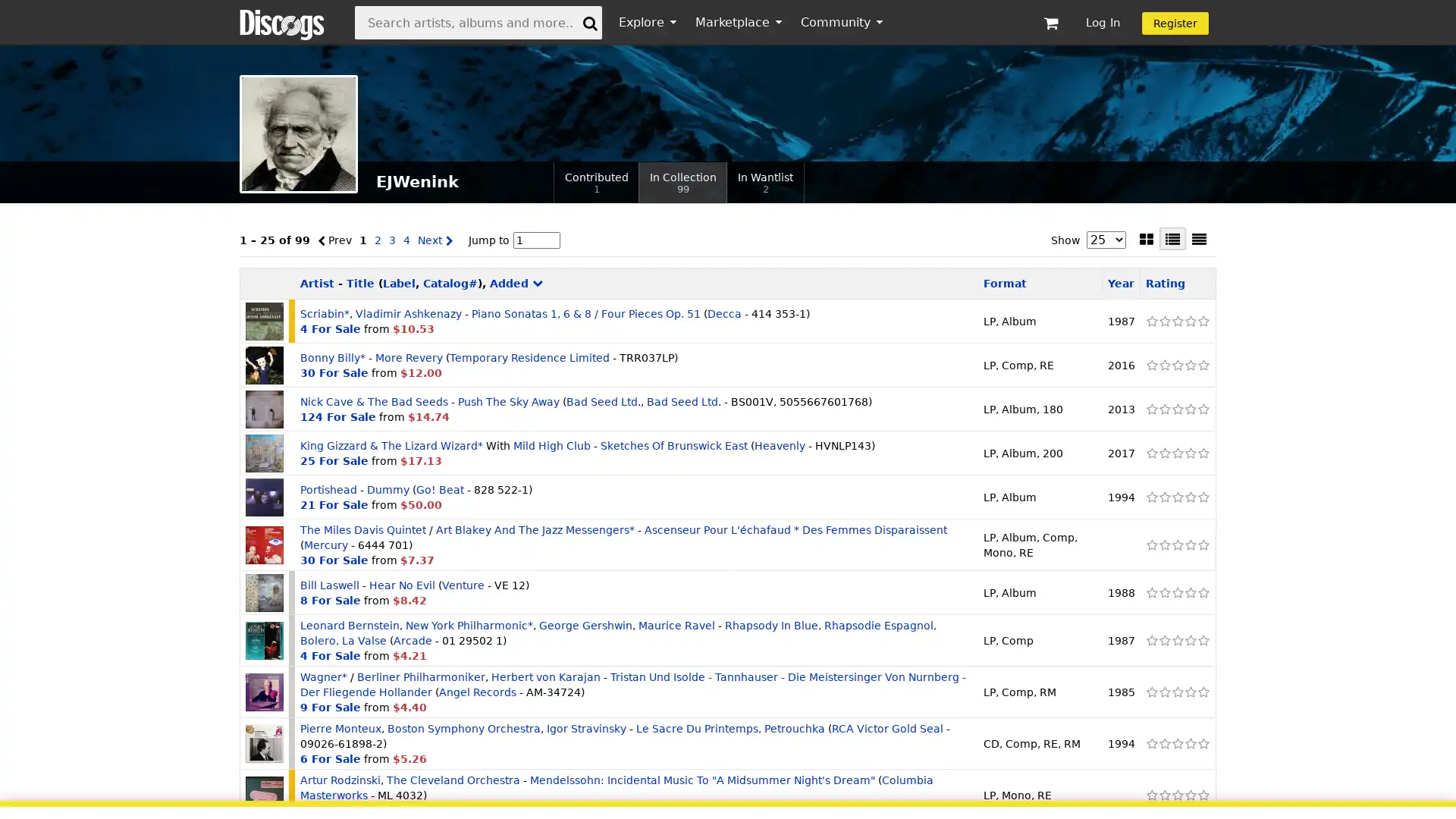 The image size is (1456, 819). Describe the element at coordinates (1163, 692) in the screenshot. I see `Rate this release 2 stars.` at that location.